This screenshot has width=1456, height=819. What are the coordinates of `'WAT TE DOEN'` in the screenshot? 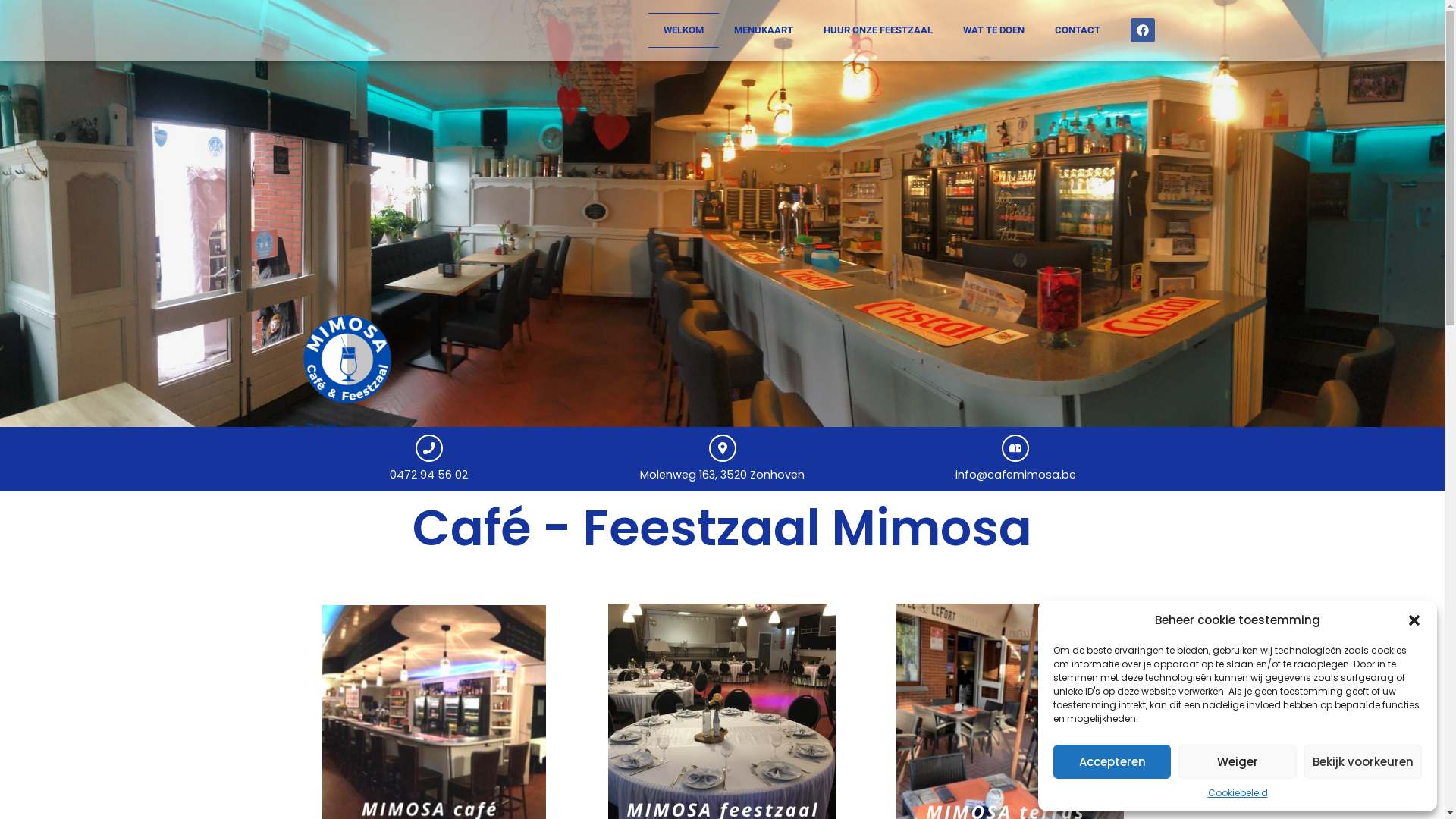 It's located at (993, 30).